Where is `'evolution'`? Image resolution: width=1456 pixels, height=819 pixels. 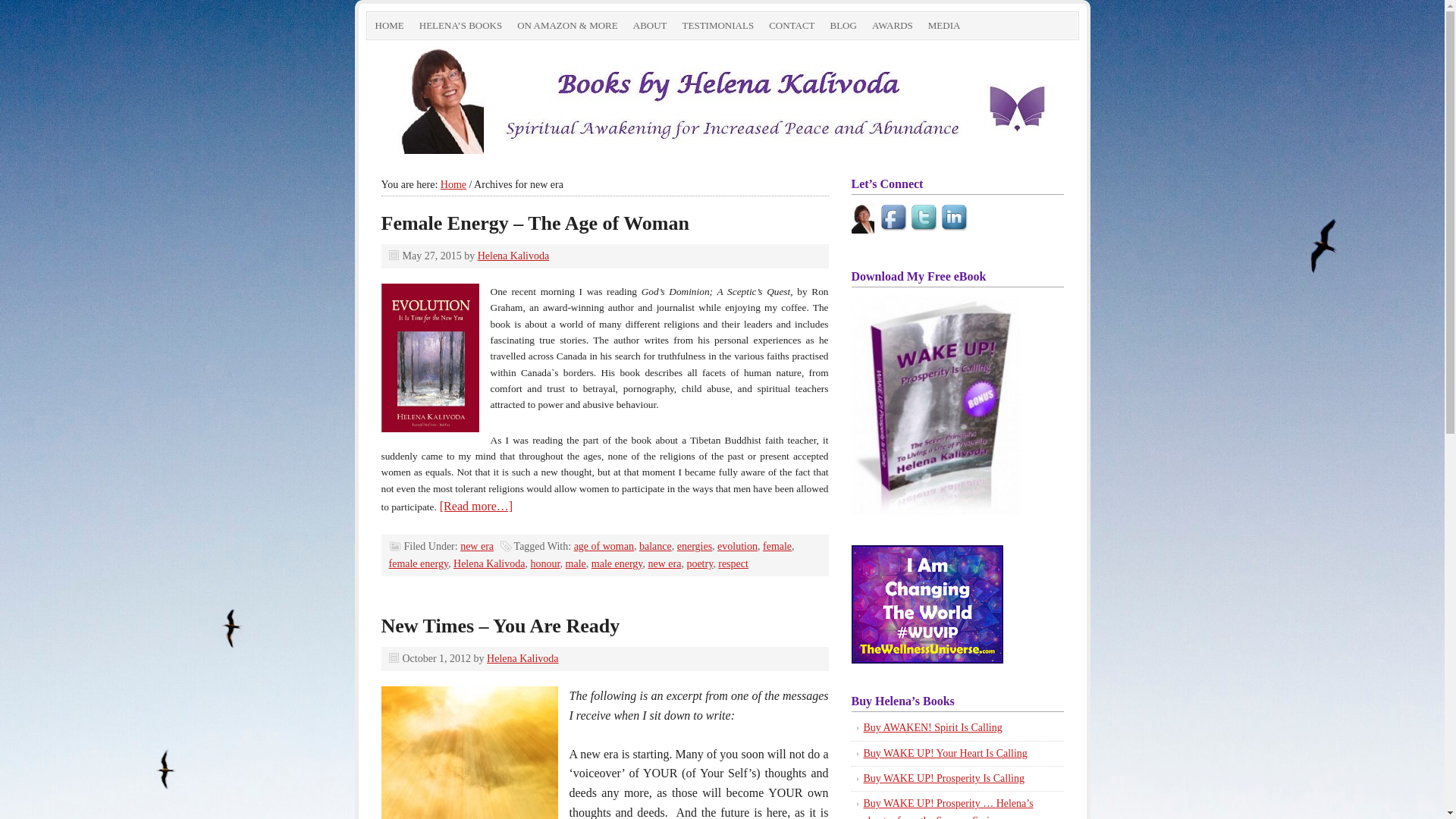 'evolution' is located at coordinates (716, 546).